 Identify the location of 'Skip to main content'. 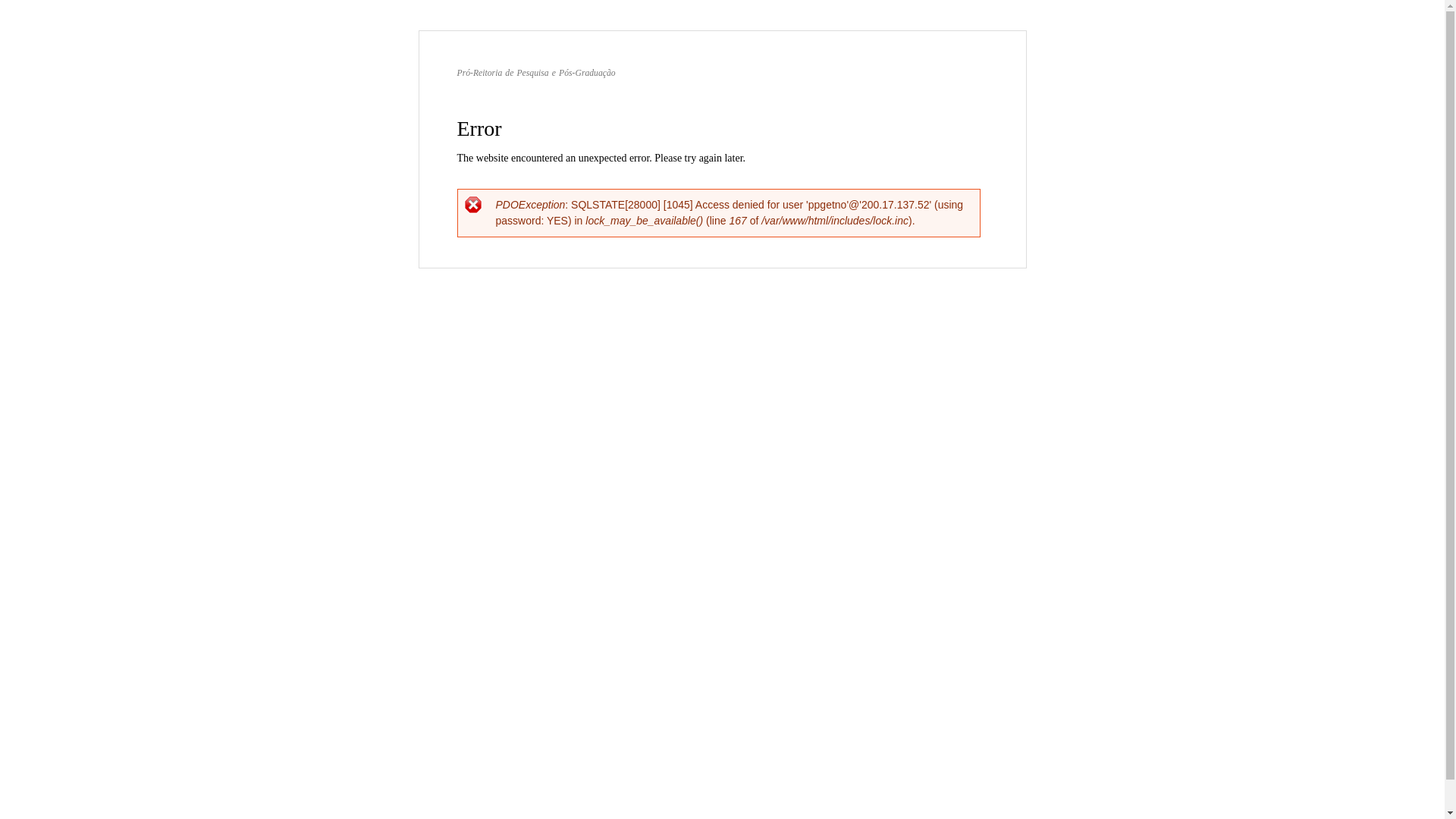
(689, 32).